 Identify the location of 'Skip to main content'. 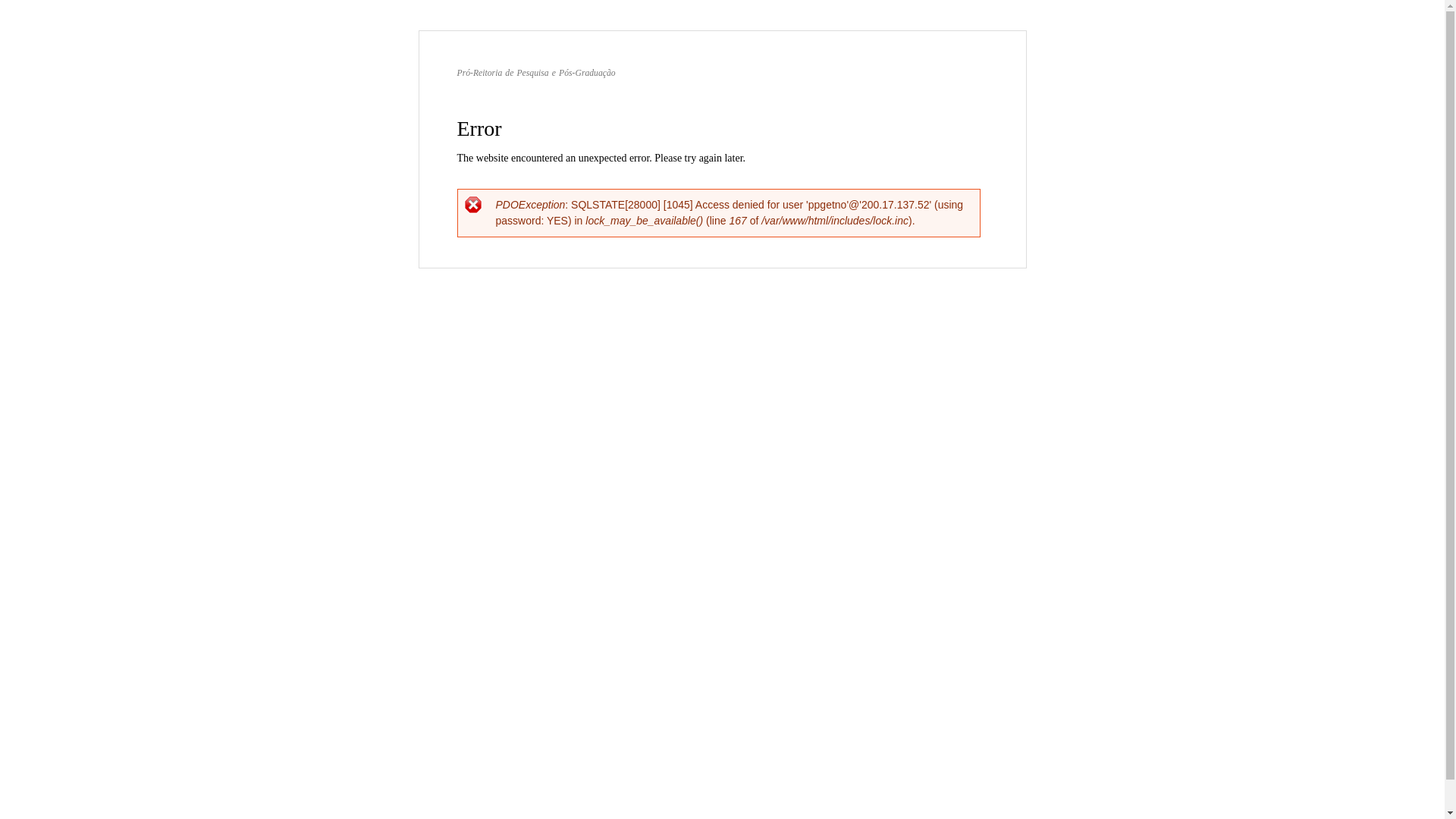
(689, 32).